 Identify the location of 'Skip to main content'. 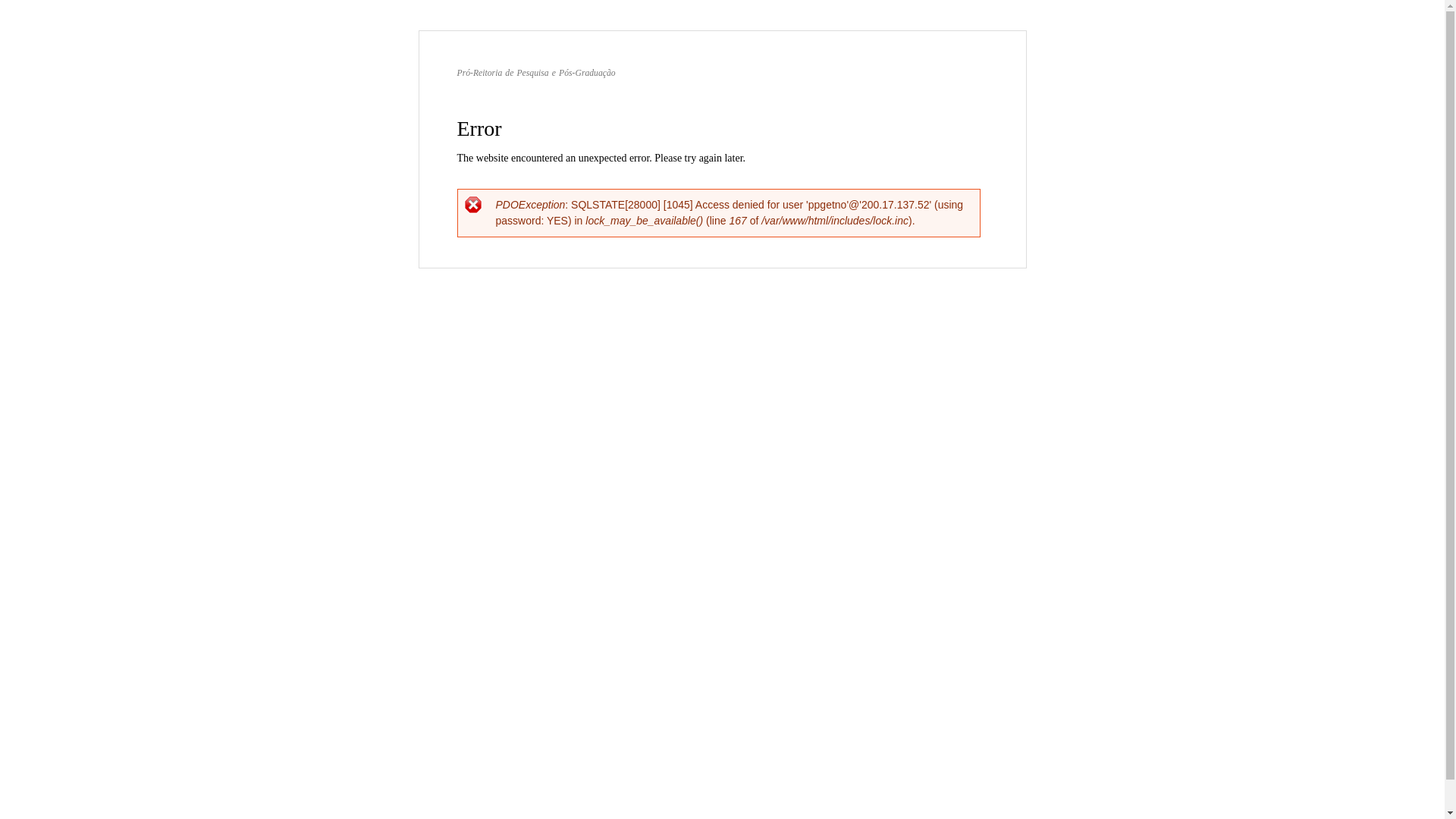
(689, 32).